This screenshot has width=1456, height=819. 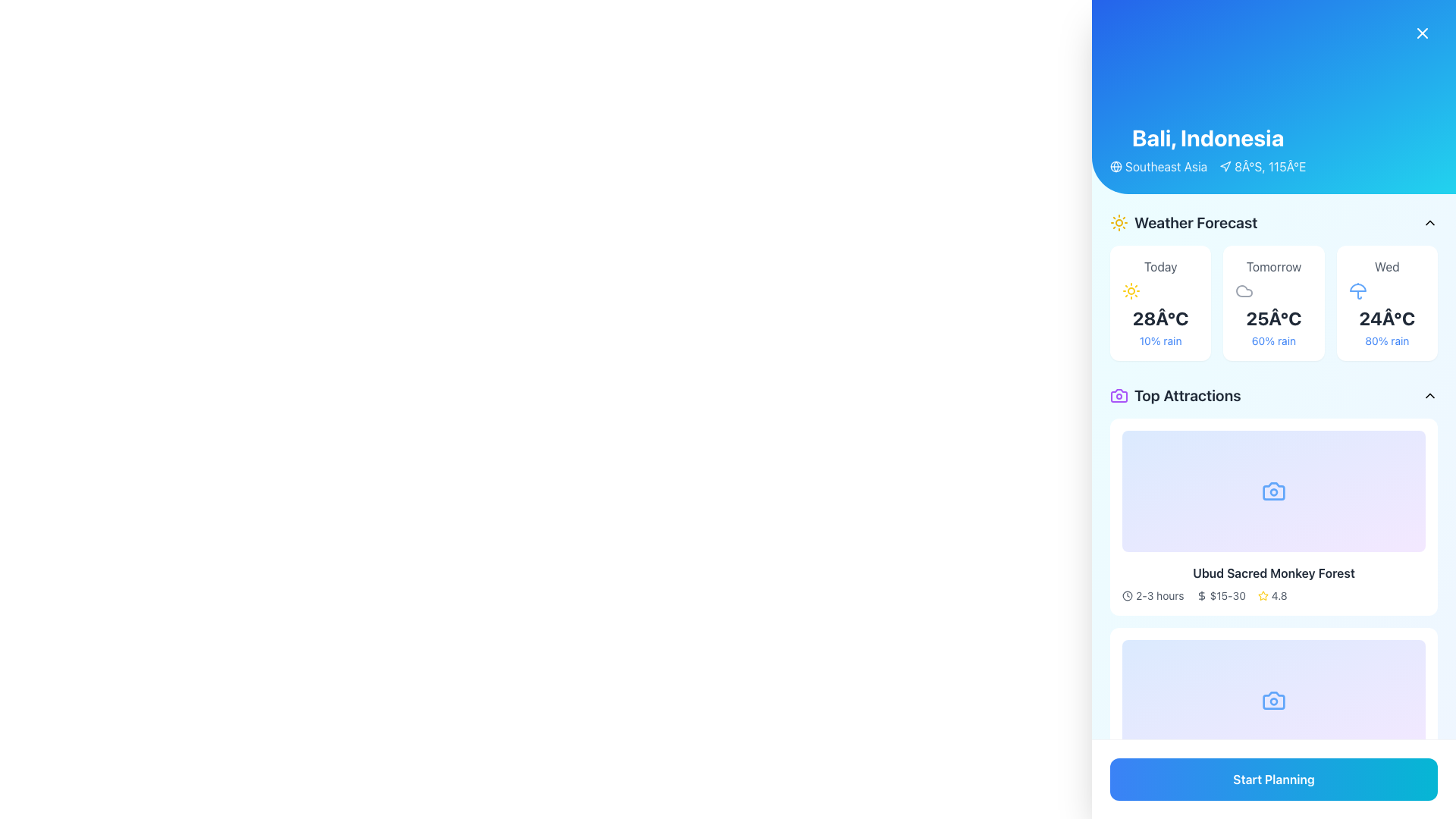 I want to click on the body of the camera icon located in the bottom half of the display within the second card of the 'Top Attractions' list, so click(x=1274, y=701).